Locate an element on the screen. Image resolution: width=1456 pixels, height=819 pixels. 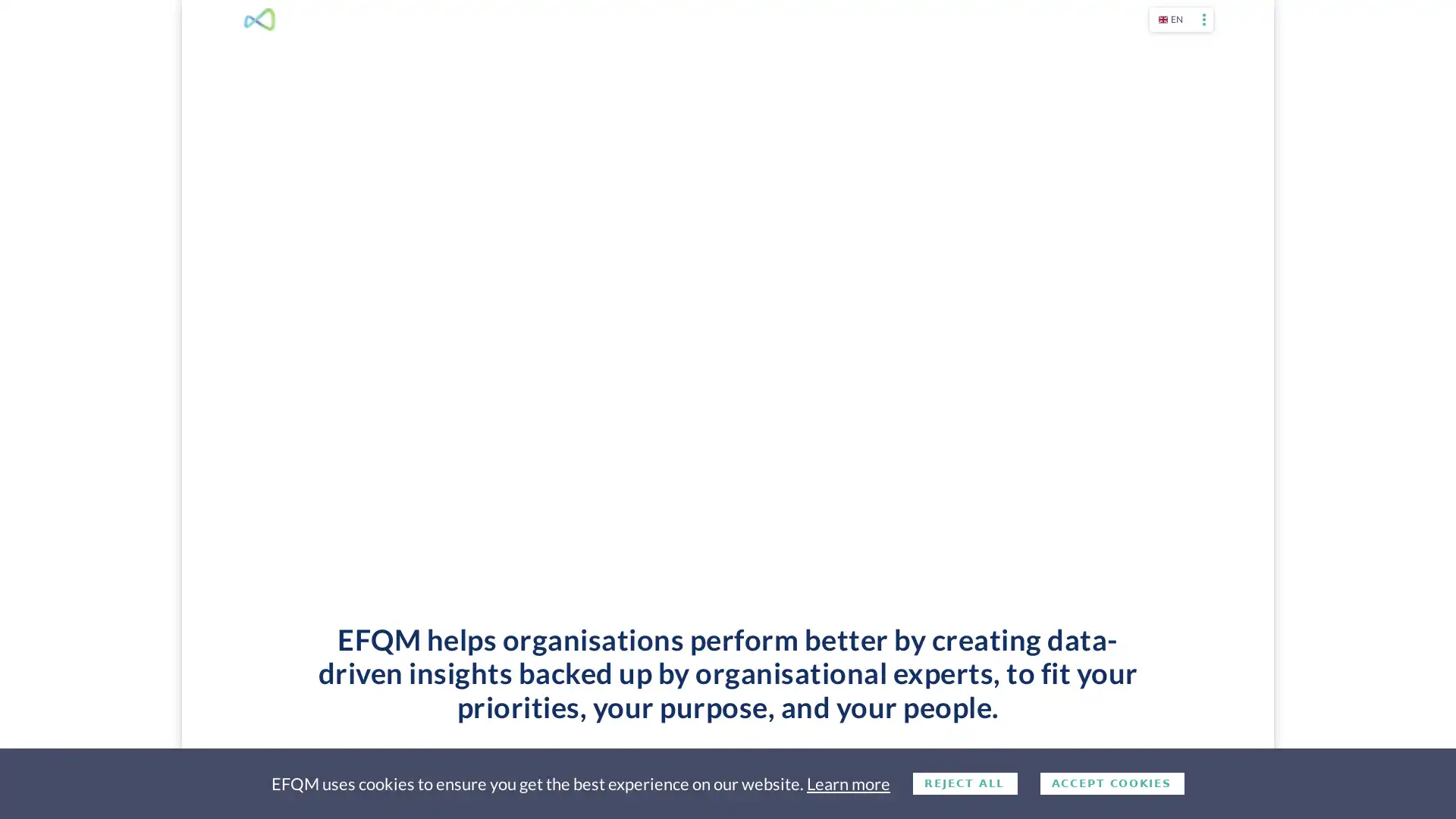
CONTACT is located at coordinates (1043, 20).